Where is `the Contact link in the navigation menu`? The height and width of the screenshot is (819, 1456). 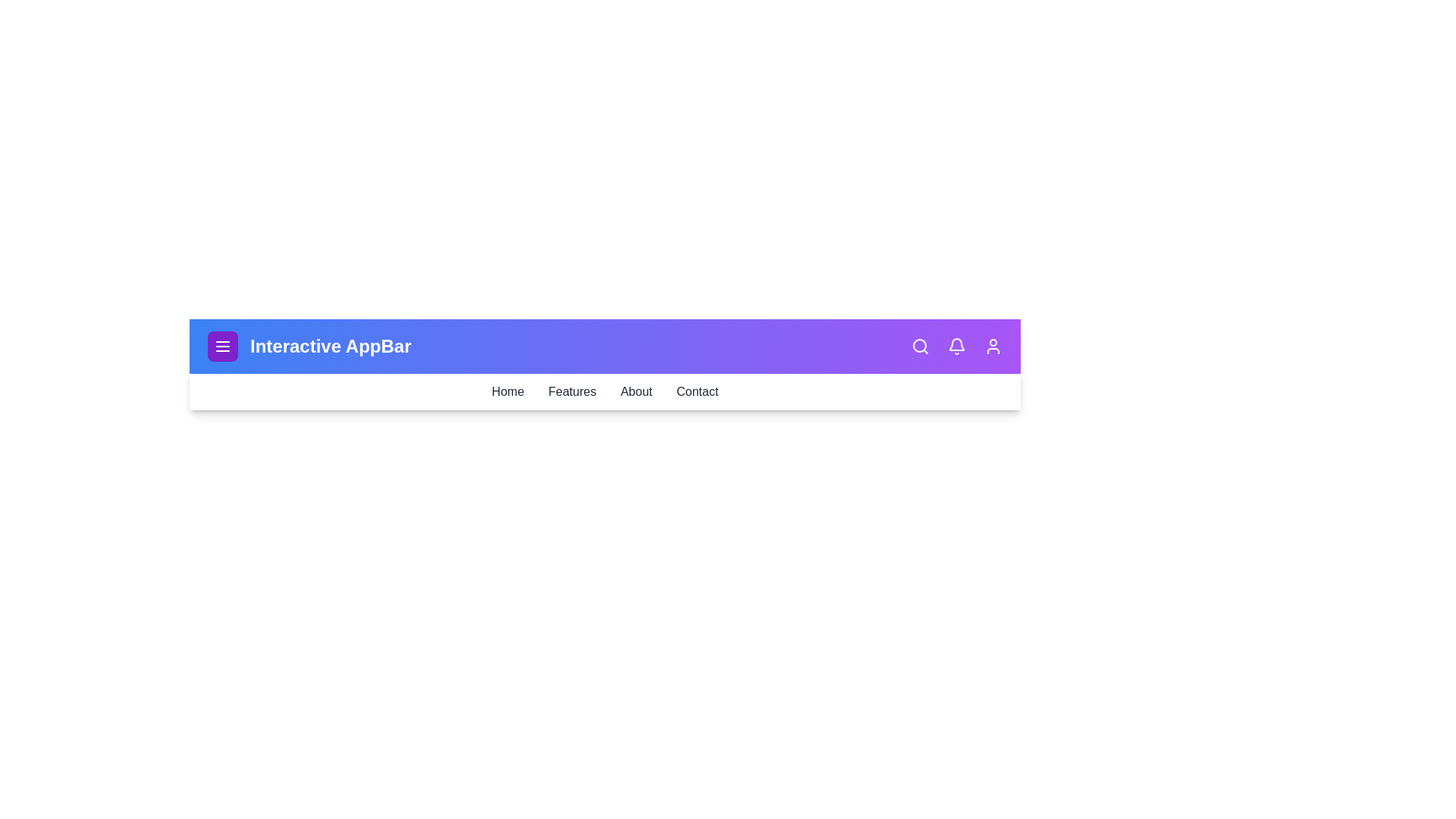
the Contact link in the navigation menu is located at coordinates (696, 391).